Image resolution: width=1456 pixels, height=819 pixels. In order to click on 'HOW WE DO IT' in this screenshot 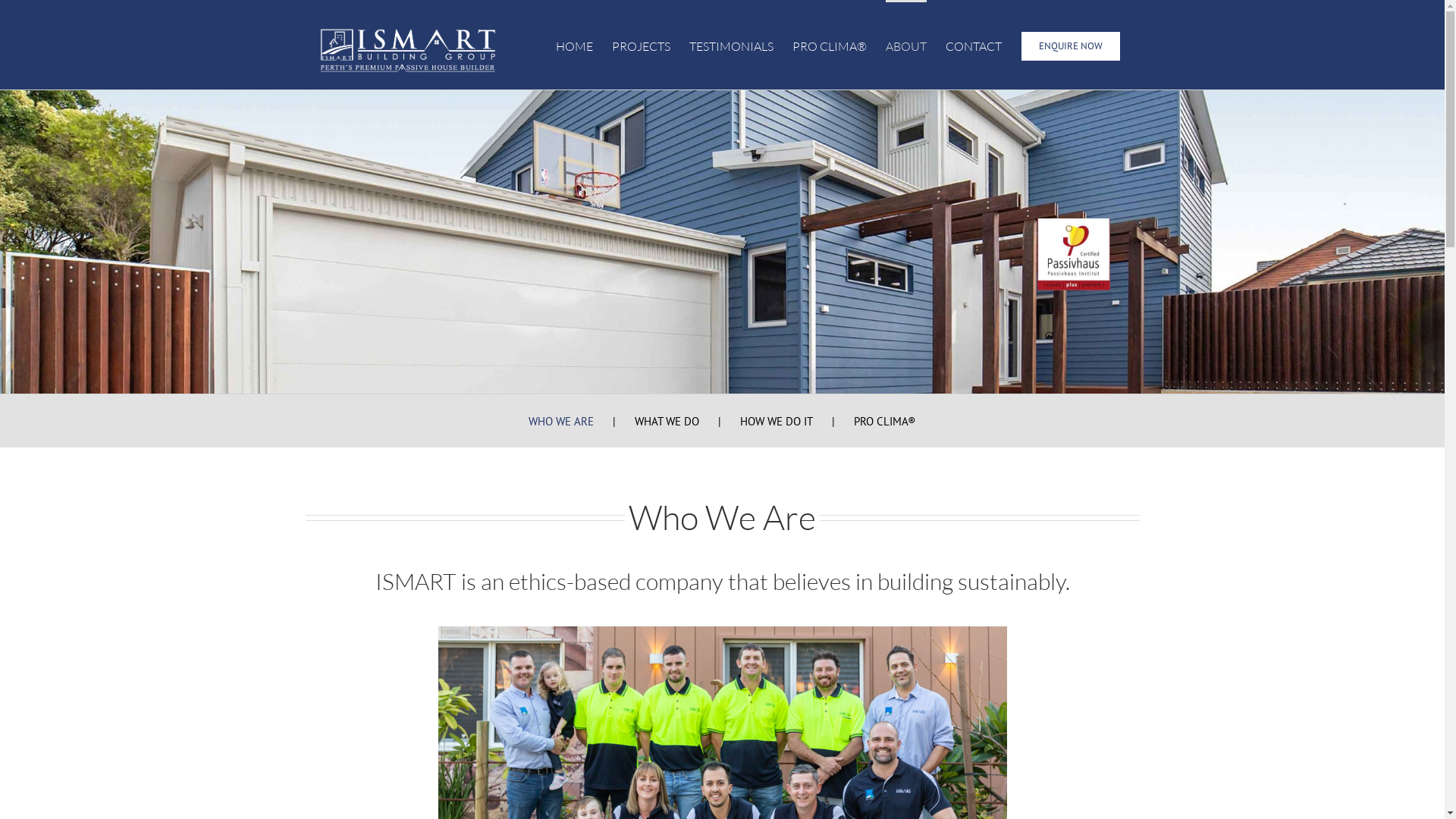, I will do `click(739, 422)`.